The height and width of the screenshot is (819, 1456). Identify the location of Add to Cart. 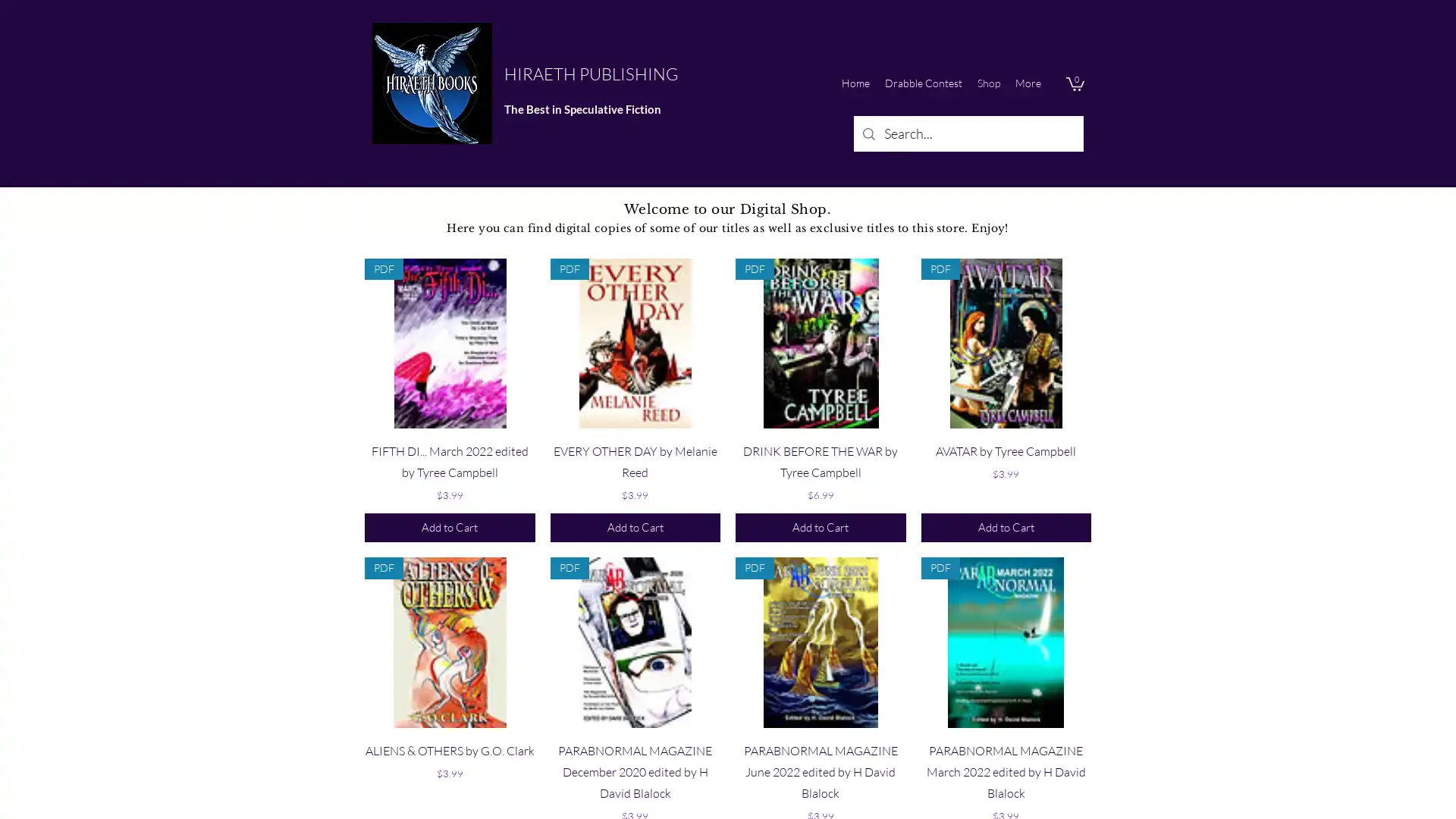
(1006, 526).